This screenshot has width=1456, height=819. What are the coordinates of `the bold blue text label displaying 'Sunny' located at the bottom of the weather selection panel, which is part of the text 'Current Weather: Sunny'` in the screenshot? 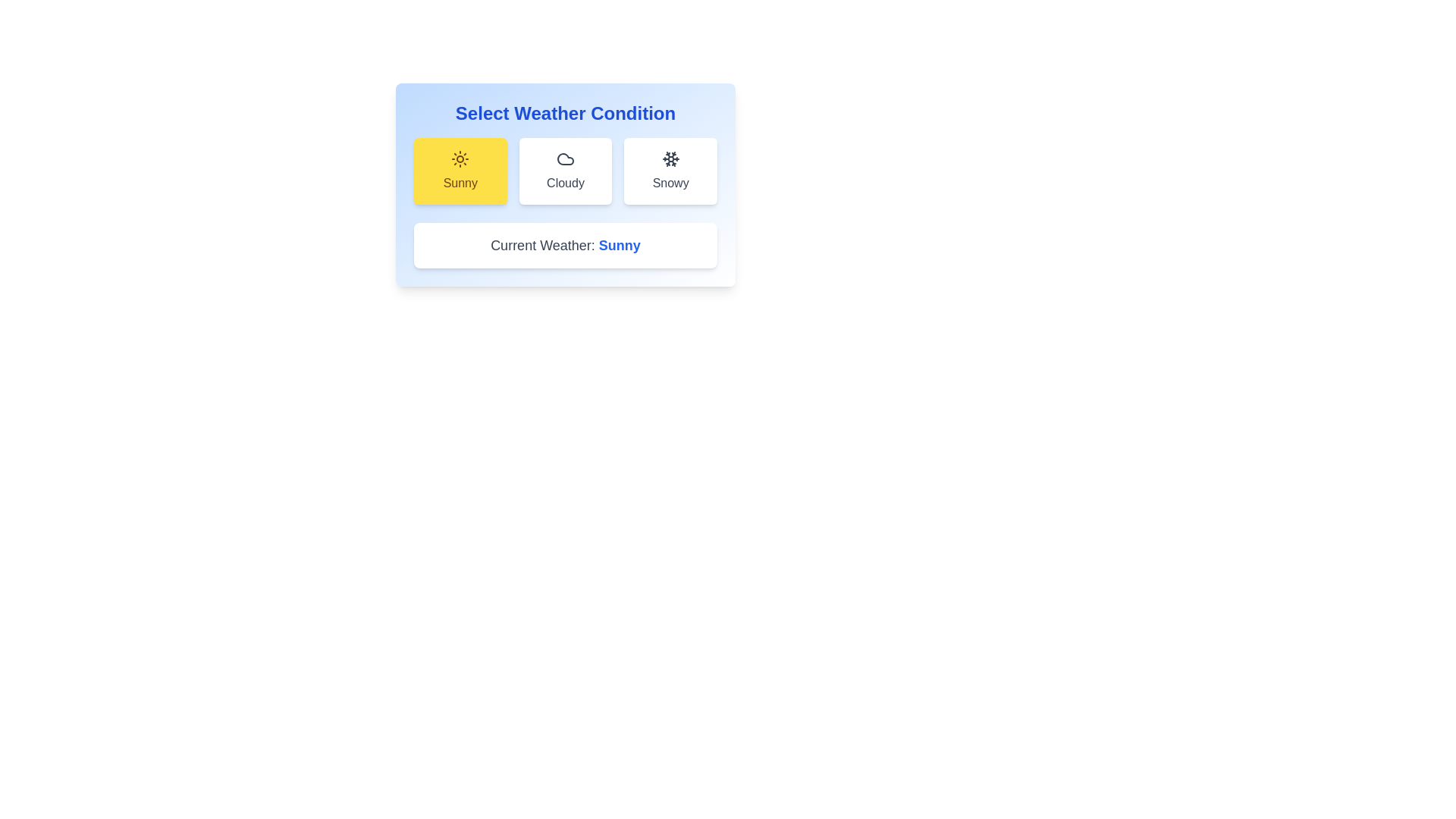 It's located at (620, 245).